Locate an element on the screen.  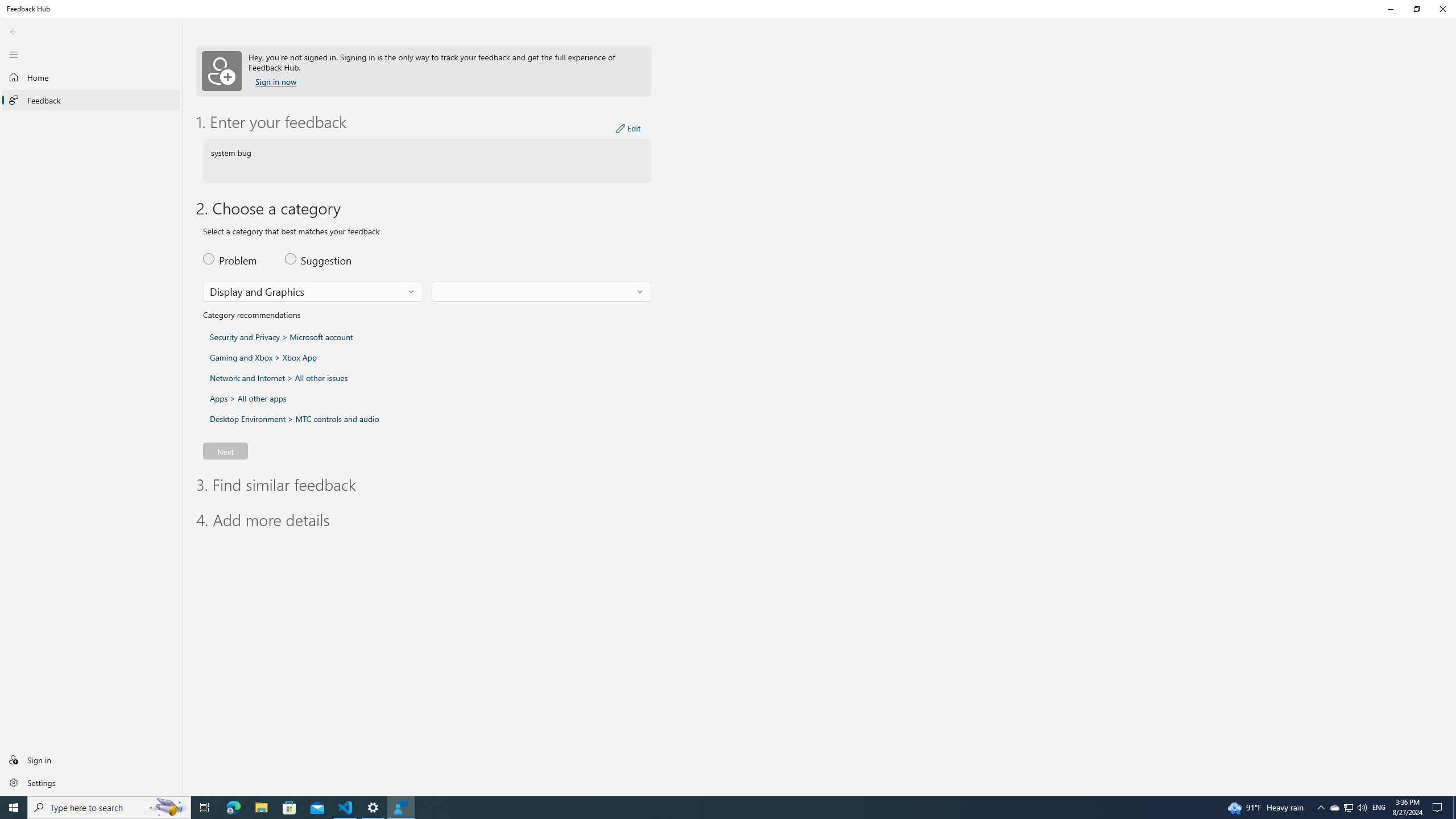
'Vertical Small Increase' is located at coordinates (1451, 792).